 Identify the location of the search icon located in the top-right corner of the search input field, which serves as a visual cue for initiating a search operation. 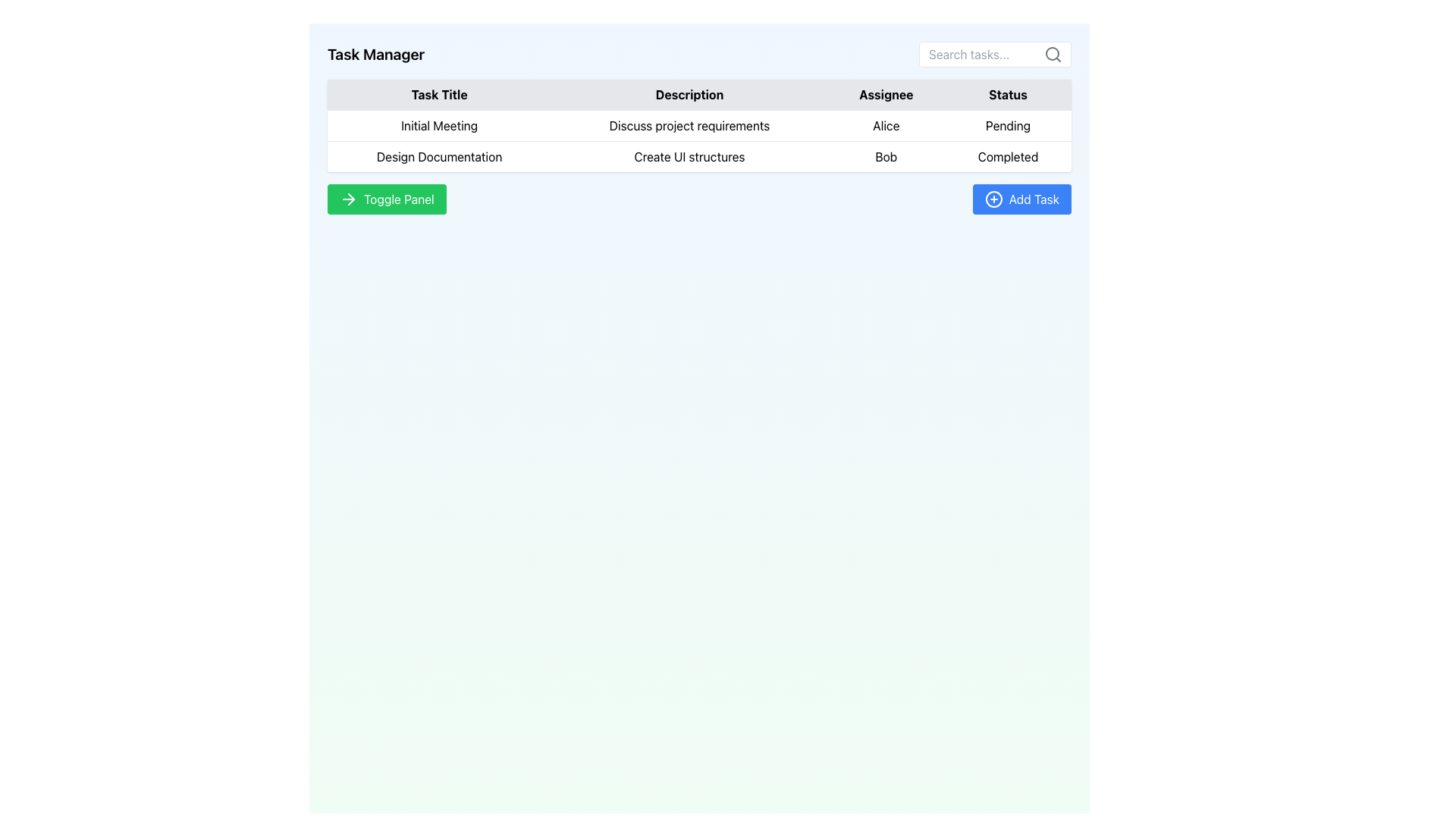
(1052, 54).